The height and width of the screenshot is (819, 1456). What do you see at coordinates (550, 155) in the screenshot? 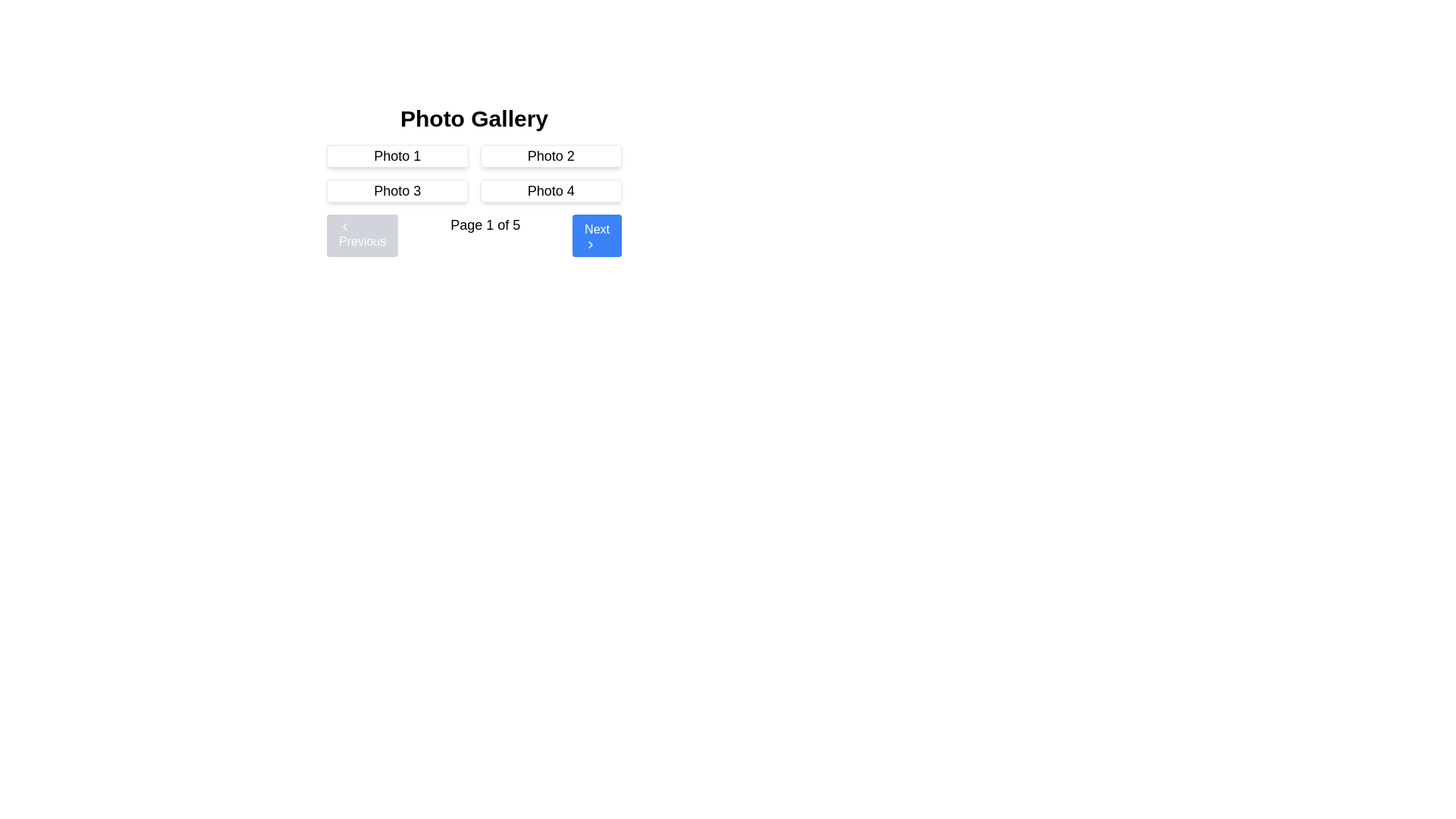
I see `the button labeled 'Photo 2', which is a rectangular button with rounded edges and bold text` at bounding box center [550, 155].